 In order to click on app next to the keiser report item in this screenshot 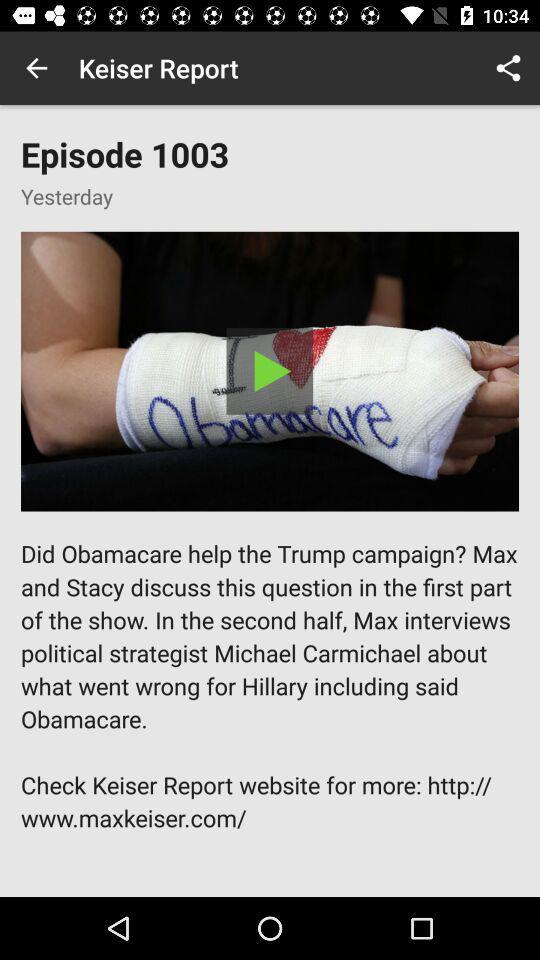, I will do `click(508, 68)`.